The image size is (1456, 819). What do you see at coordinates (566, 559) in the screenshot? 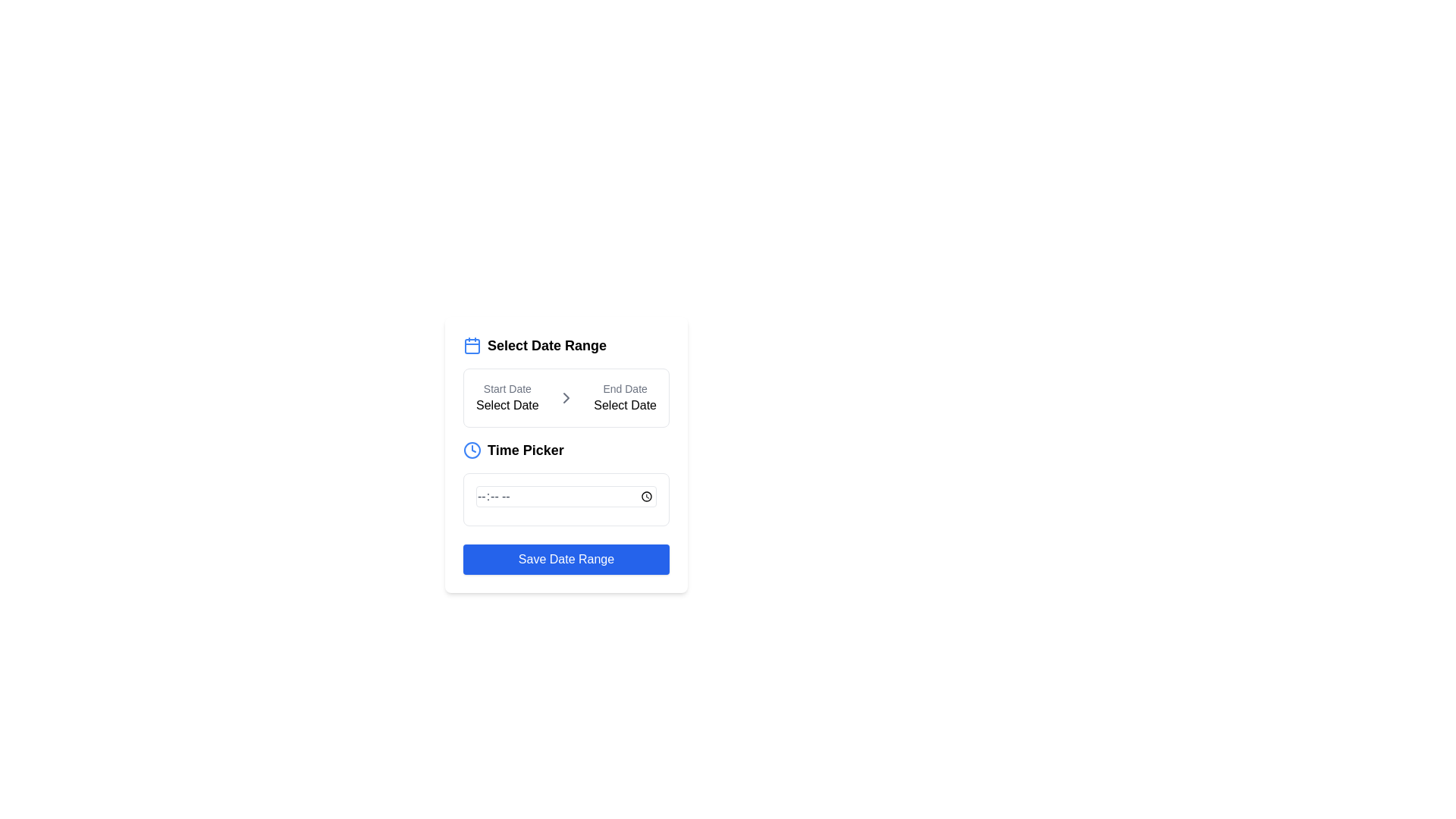
I see `the 'Save Date Range' button` at bounding box center [566, 559].